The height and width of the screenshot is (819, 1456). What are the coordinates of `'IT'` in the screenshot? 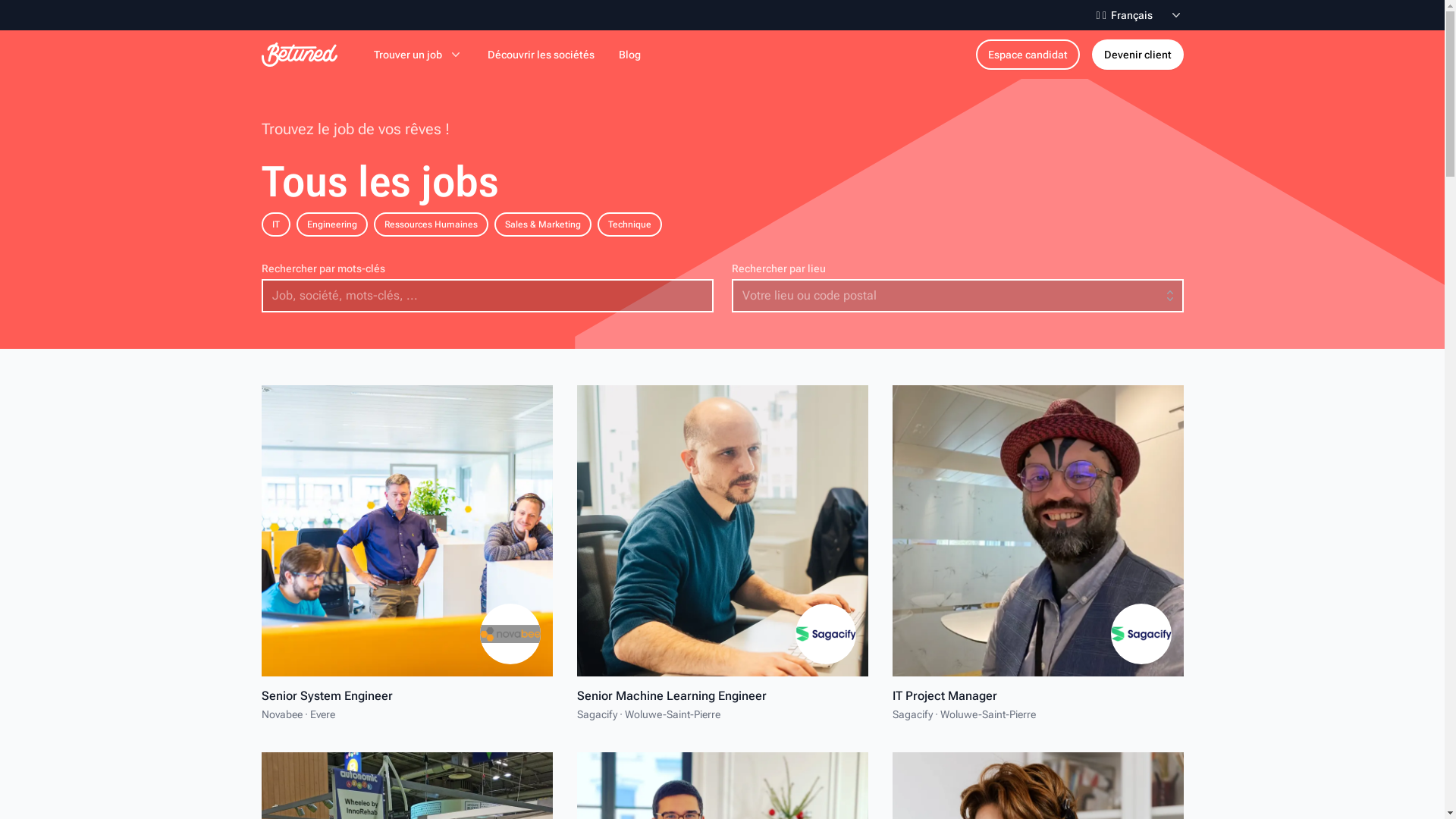 It's located at (275, 224).